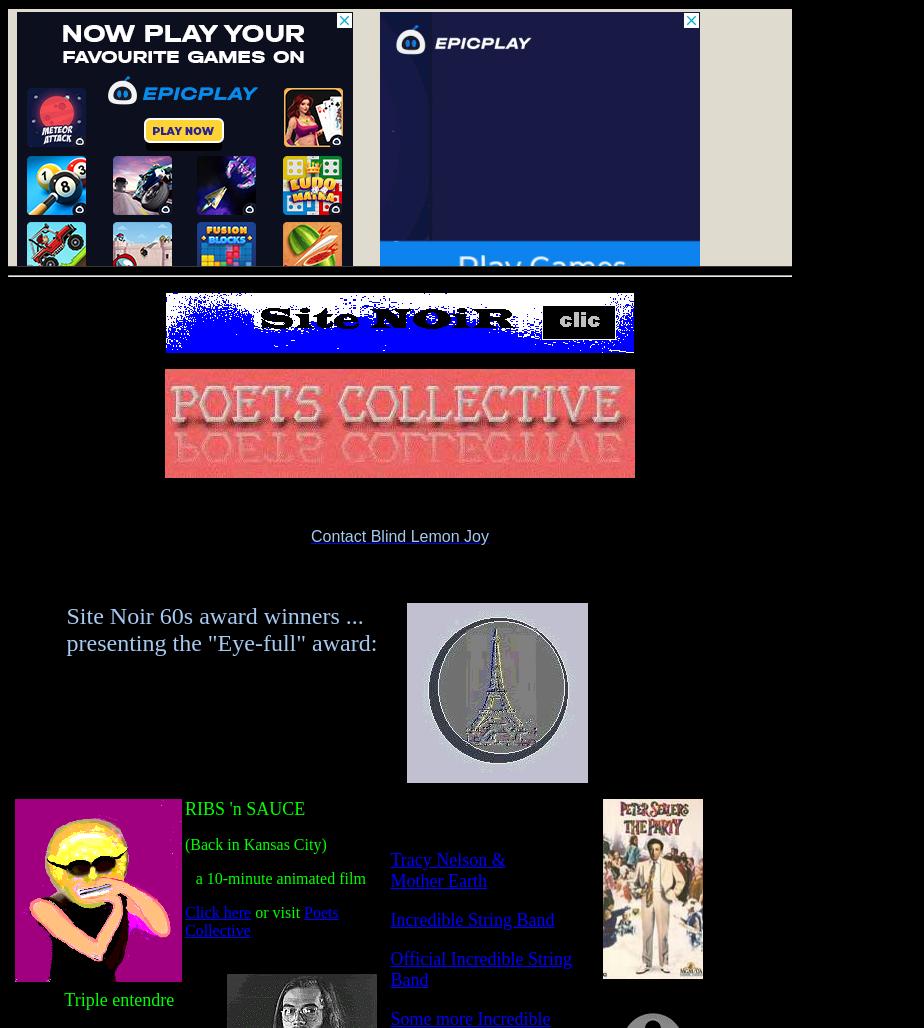 The image size is (924, 1028). Describe the element at coordinates (245, 809) in the screenshot. I see `'RIBS 'n SAUCE'` at that location.